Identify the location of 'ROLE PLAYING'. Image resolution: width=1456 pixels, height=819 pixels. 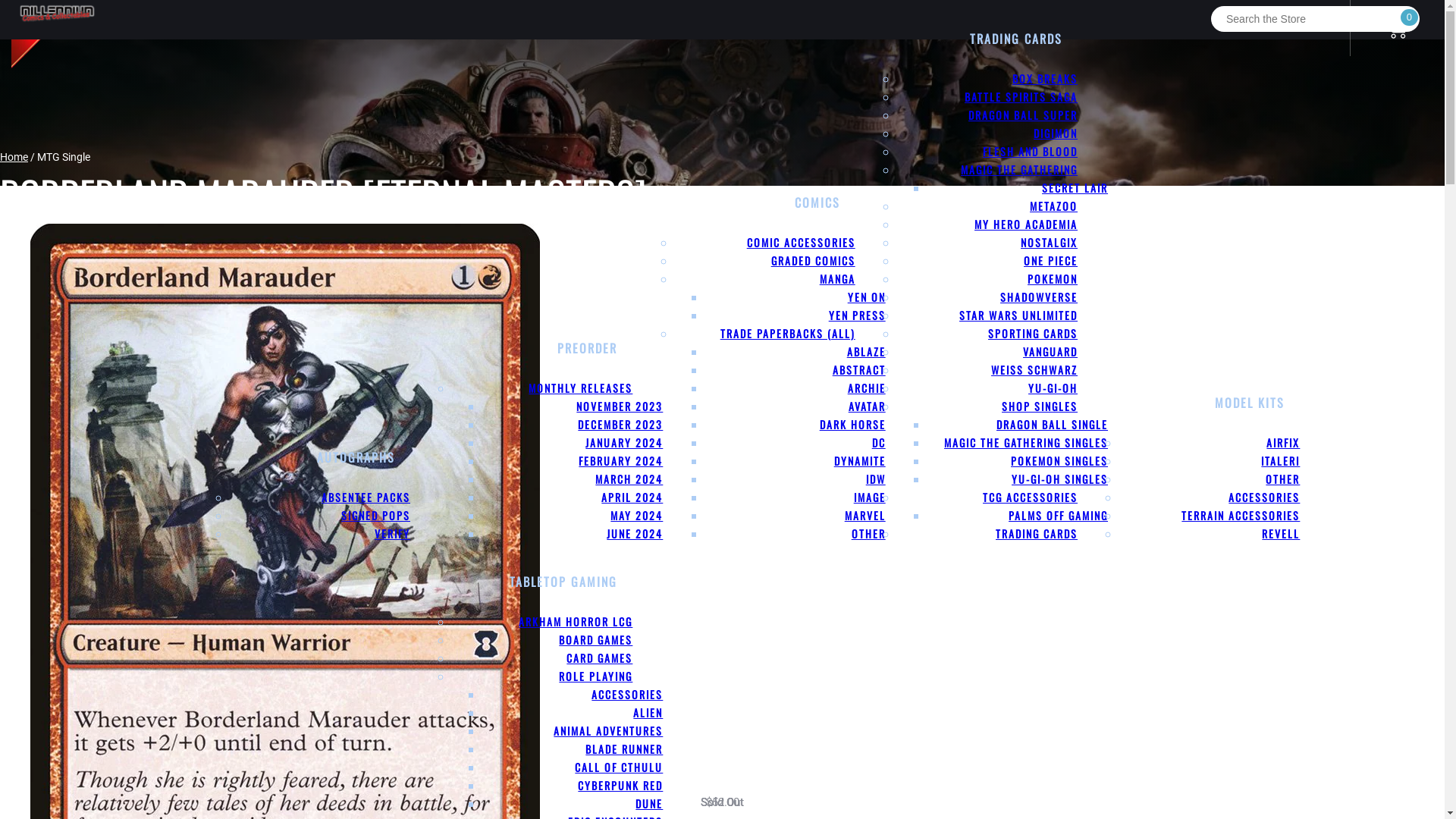
(558, 675).